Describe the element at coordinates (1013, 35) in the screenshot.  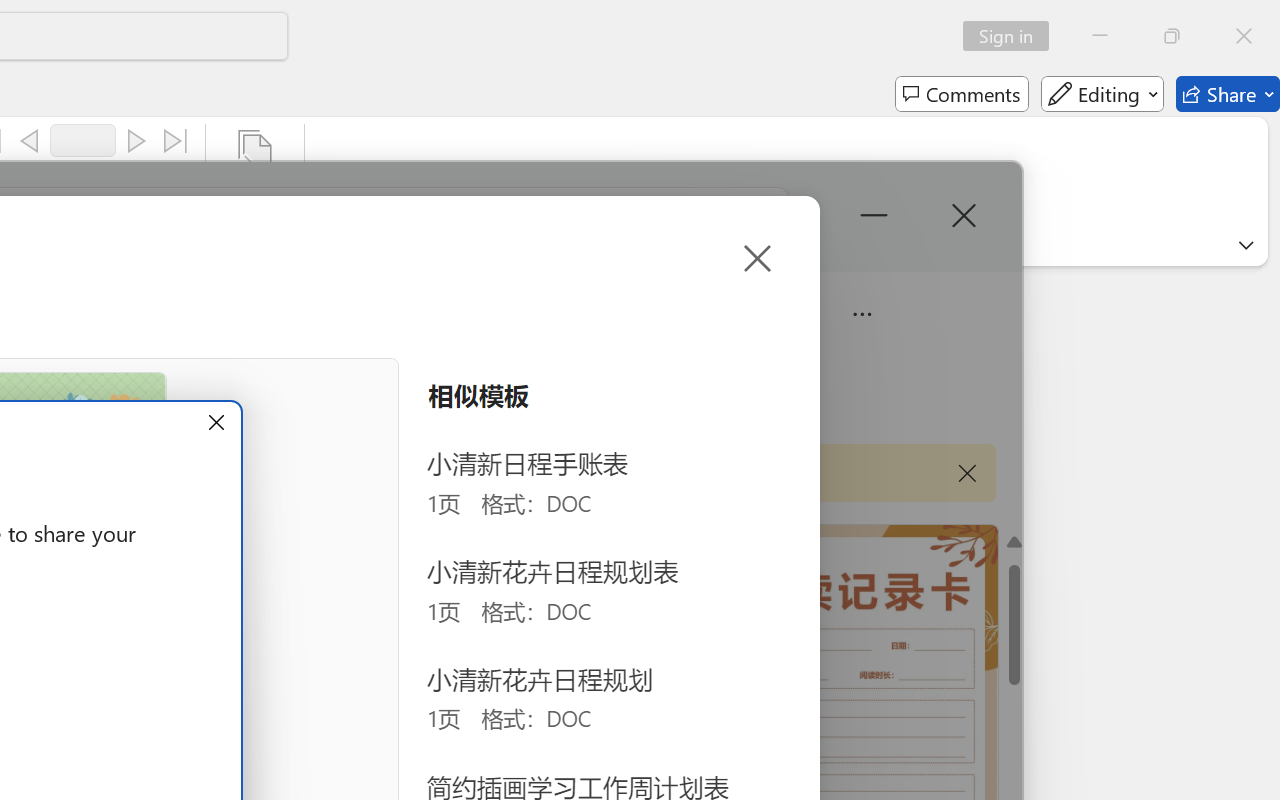
I see `'Sign in'` at that location.